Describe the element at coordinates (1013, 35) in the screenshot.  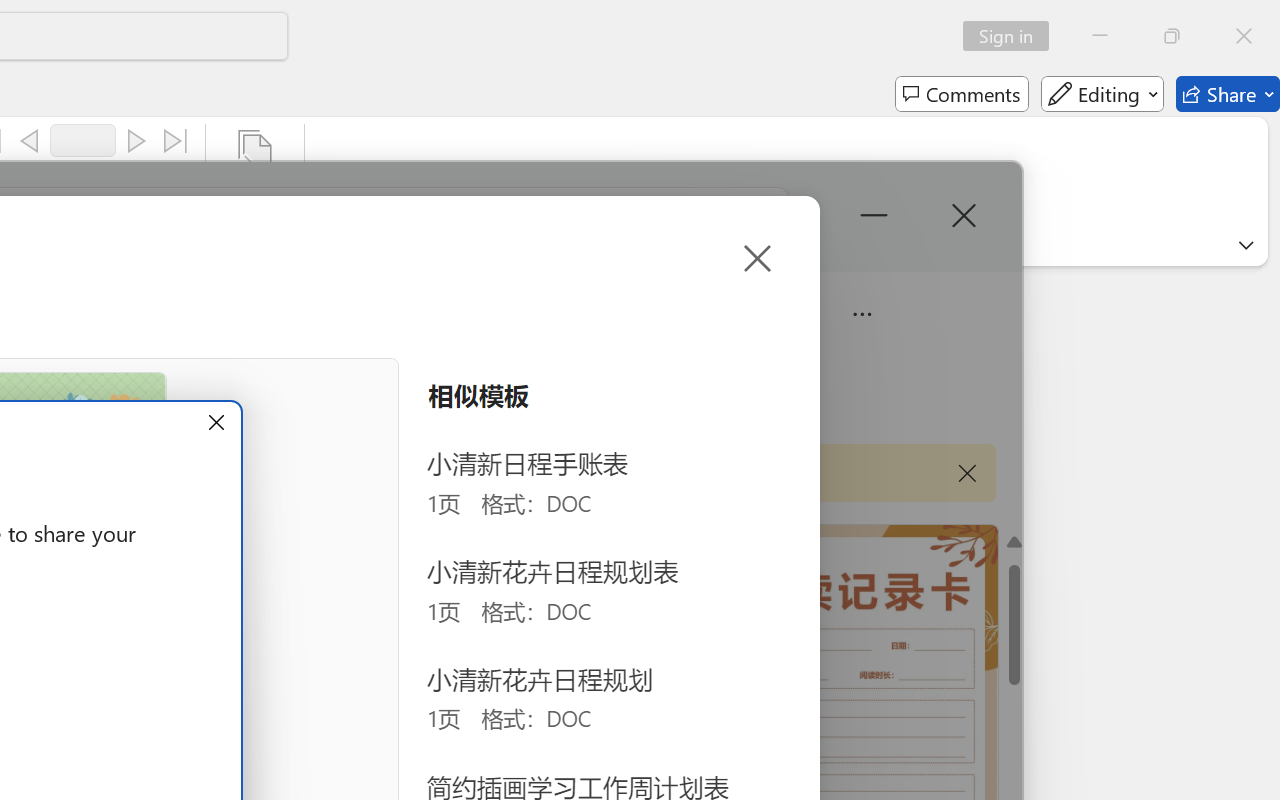
I see `'Sign in'` at that location.